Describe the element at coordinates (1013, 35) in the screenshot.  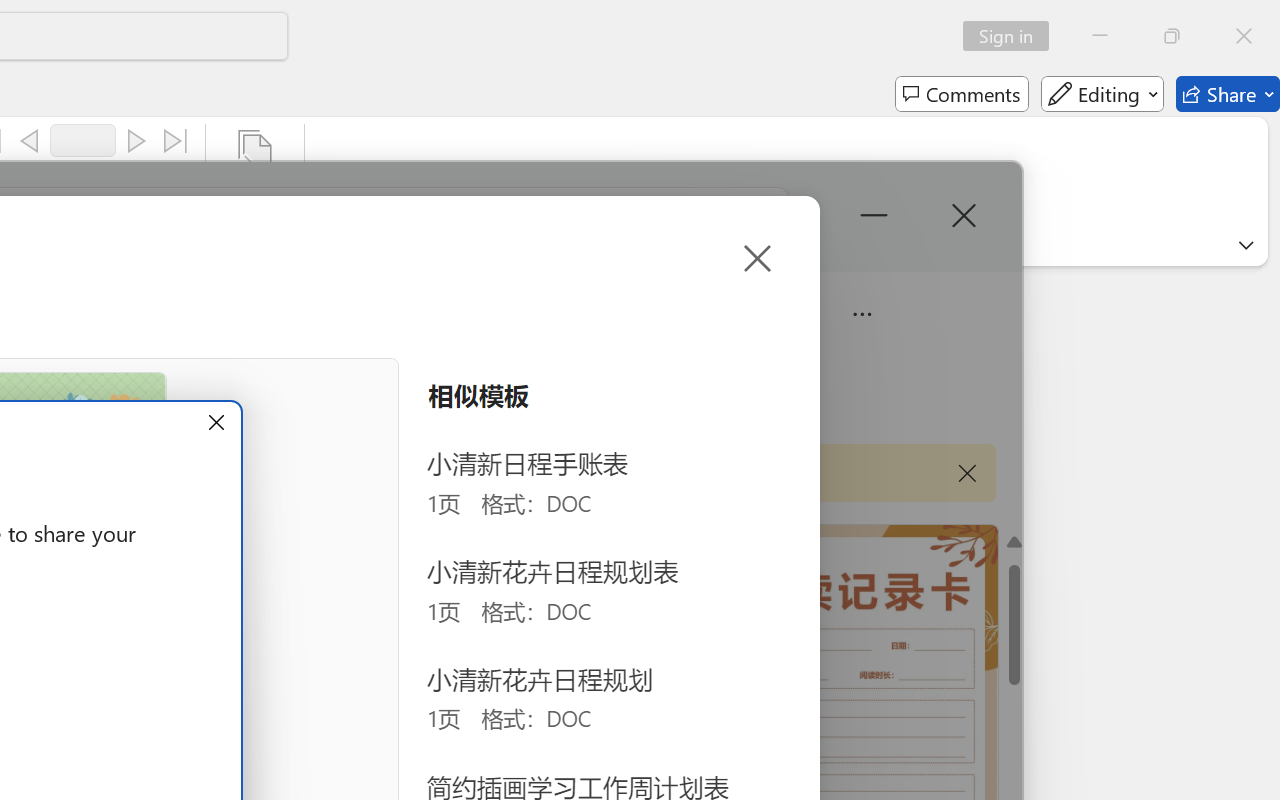
I see `'Sign in'` at that location.